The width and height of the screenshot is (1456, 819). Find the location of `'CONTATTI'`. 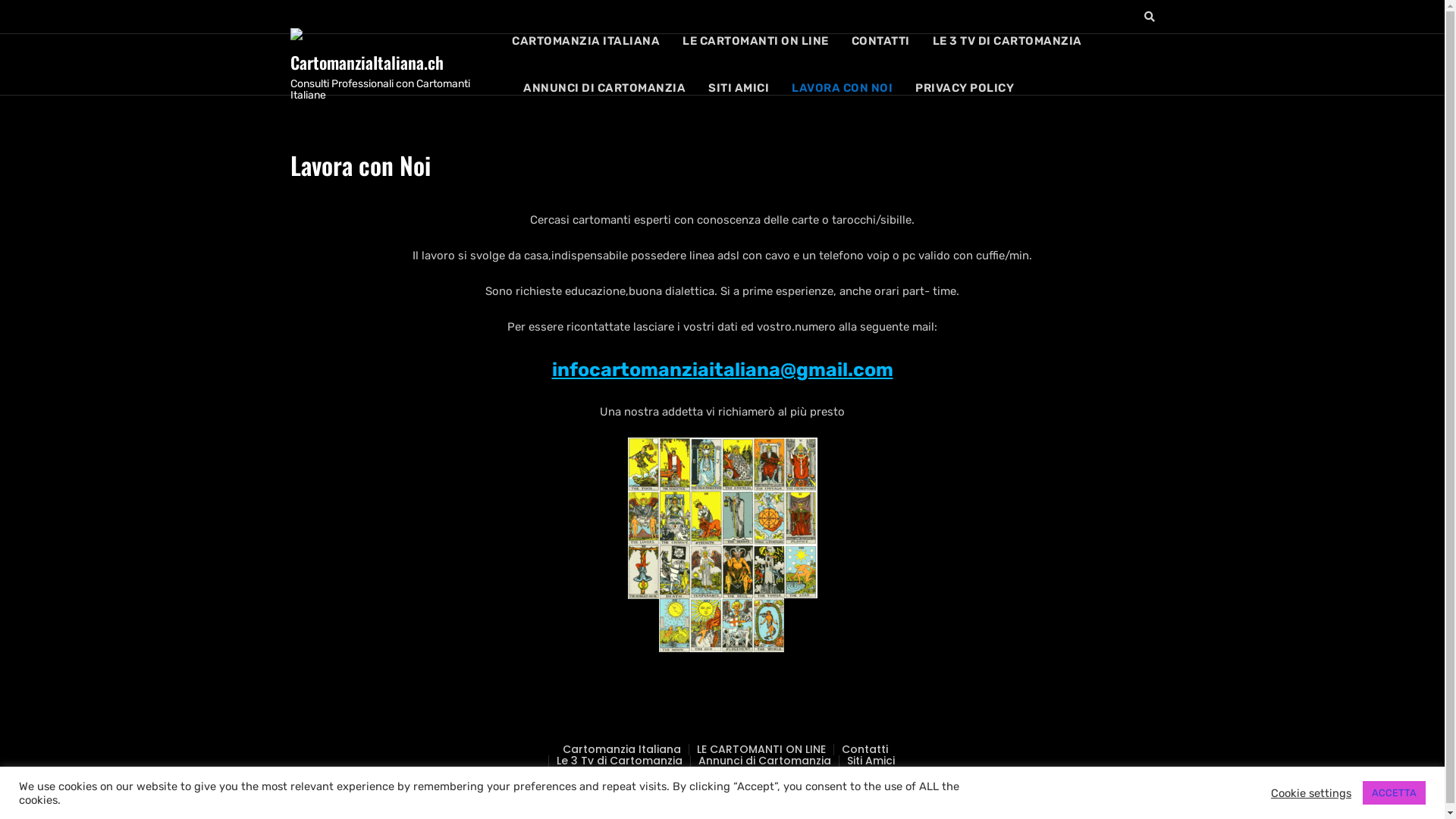

'CONTATTI' is located at coordinates (839, 39).